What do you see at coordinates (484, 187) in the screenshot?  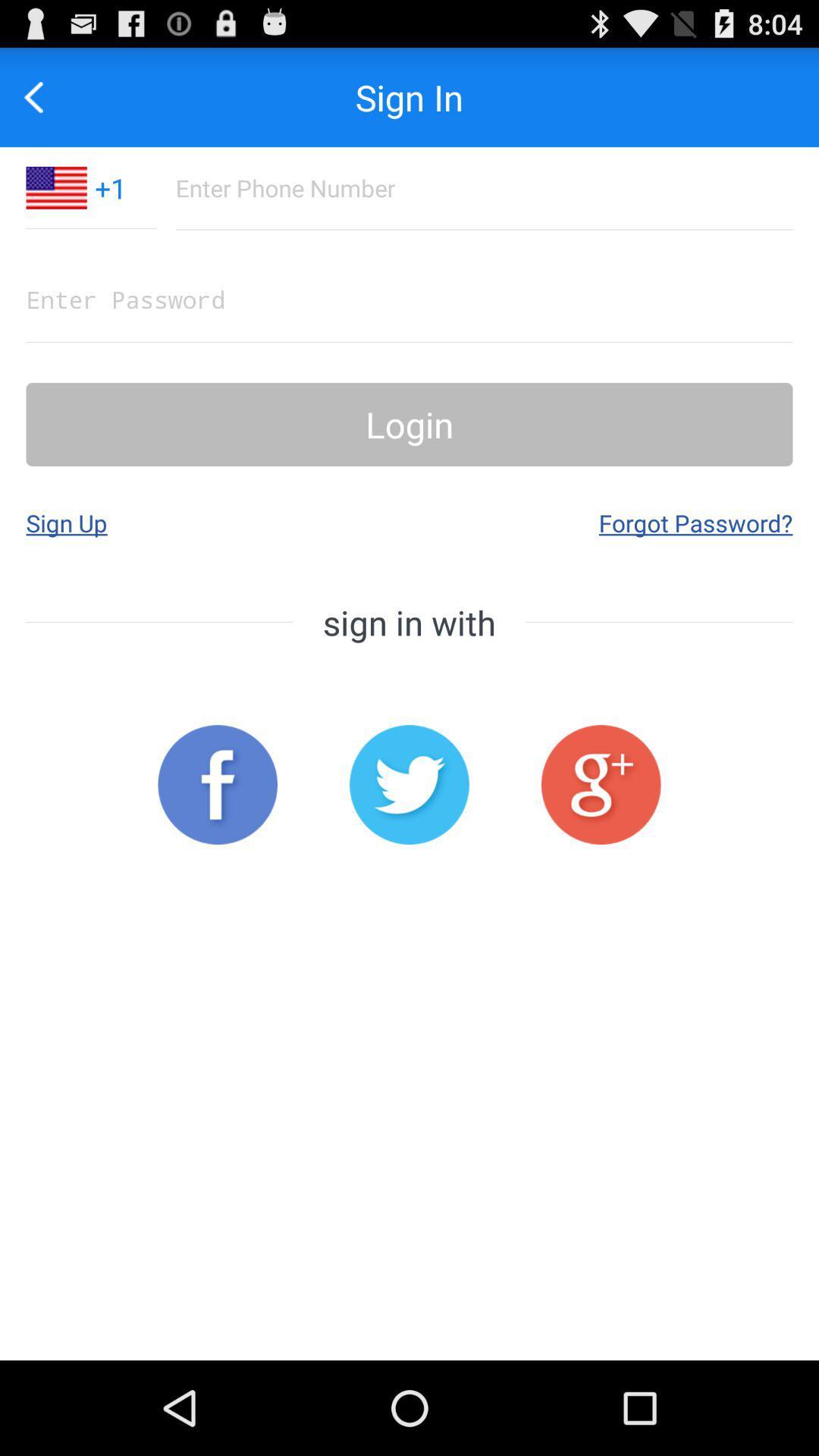 I see `type phone number` at bounding box center [484, 187].